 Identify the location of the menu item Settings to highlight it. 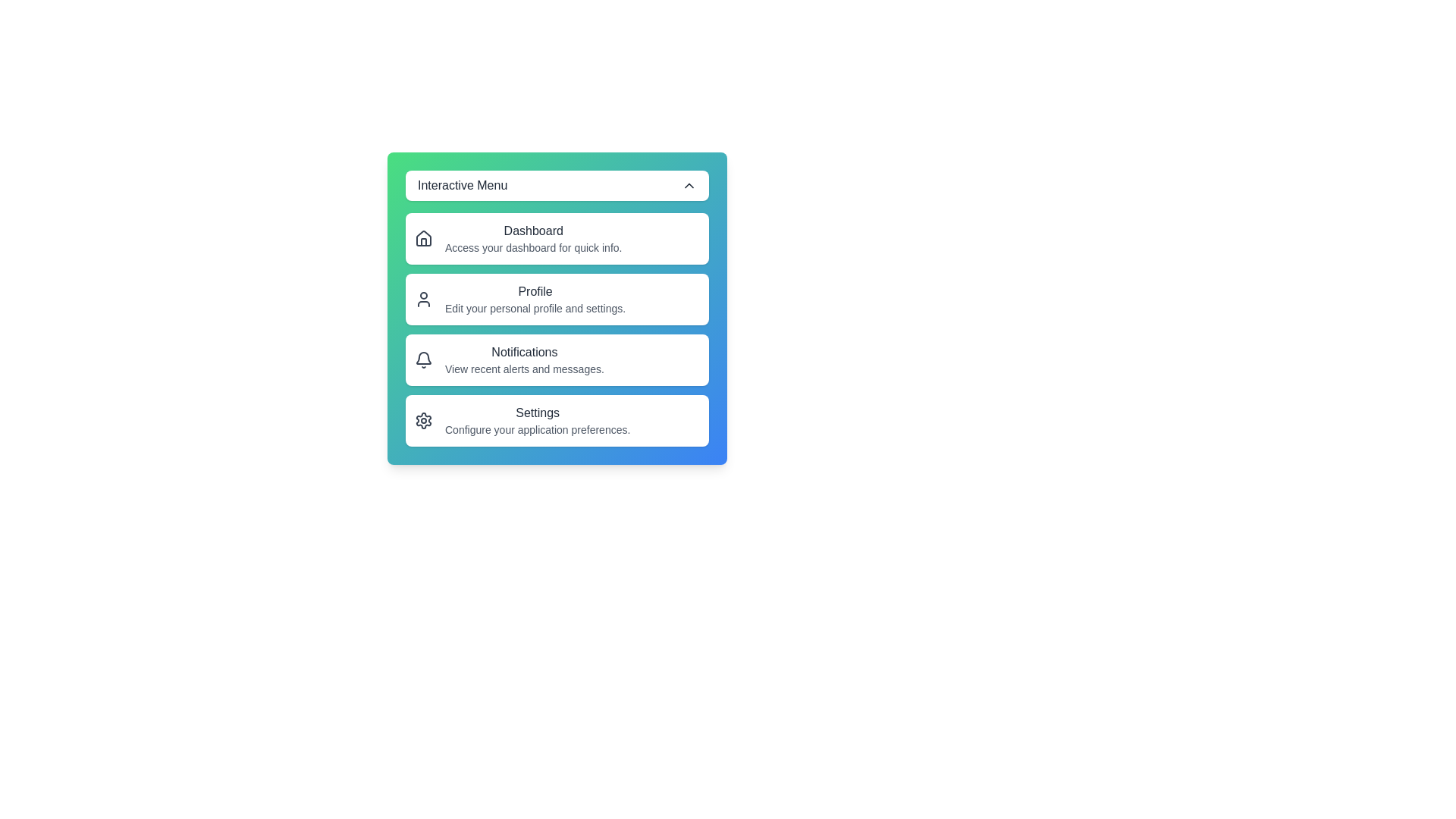
(556, 421).